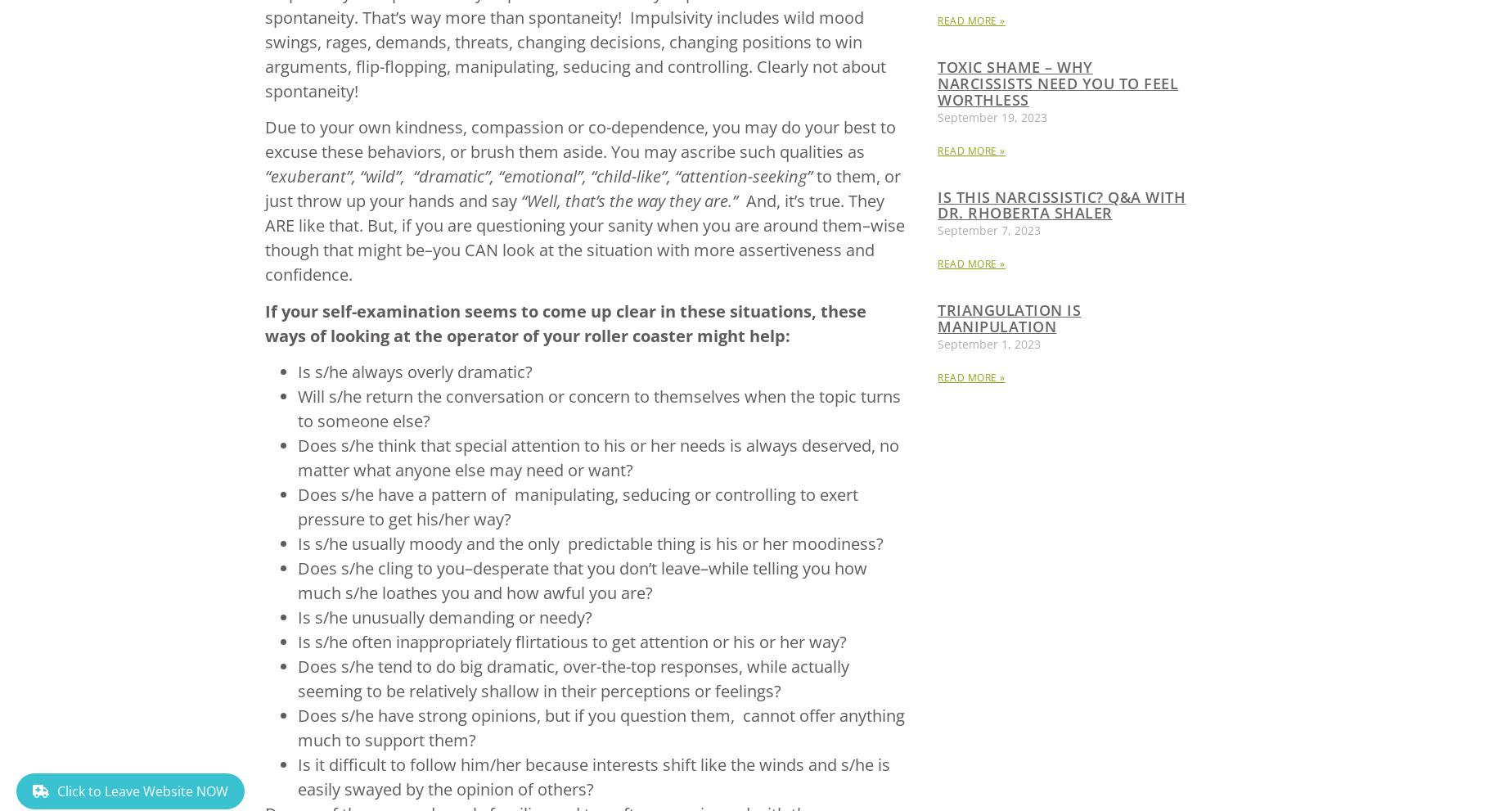 This screenshot has width=1512, height=811. I want to click on 'Is s/he often inappropriately flirtatious to get attention or his or her way?', so click(571, 641).